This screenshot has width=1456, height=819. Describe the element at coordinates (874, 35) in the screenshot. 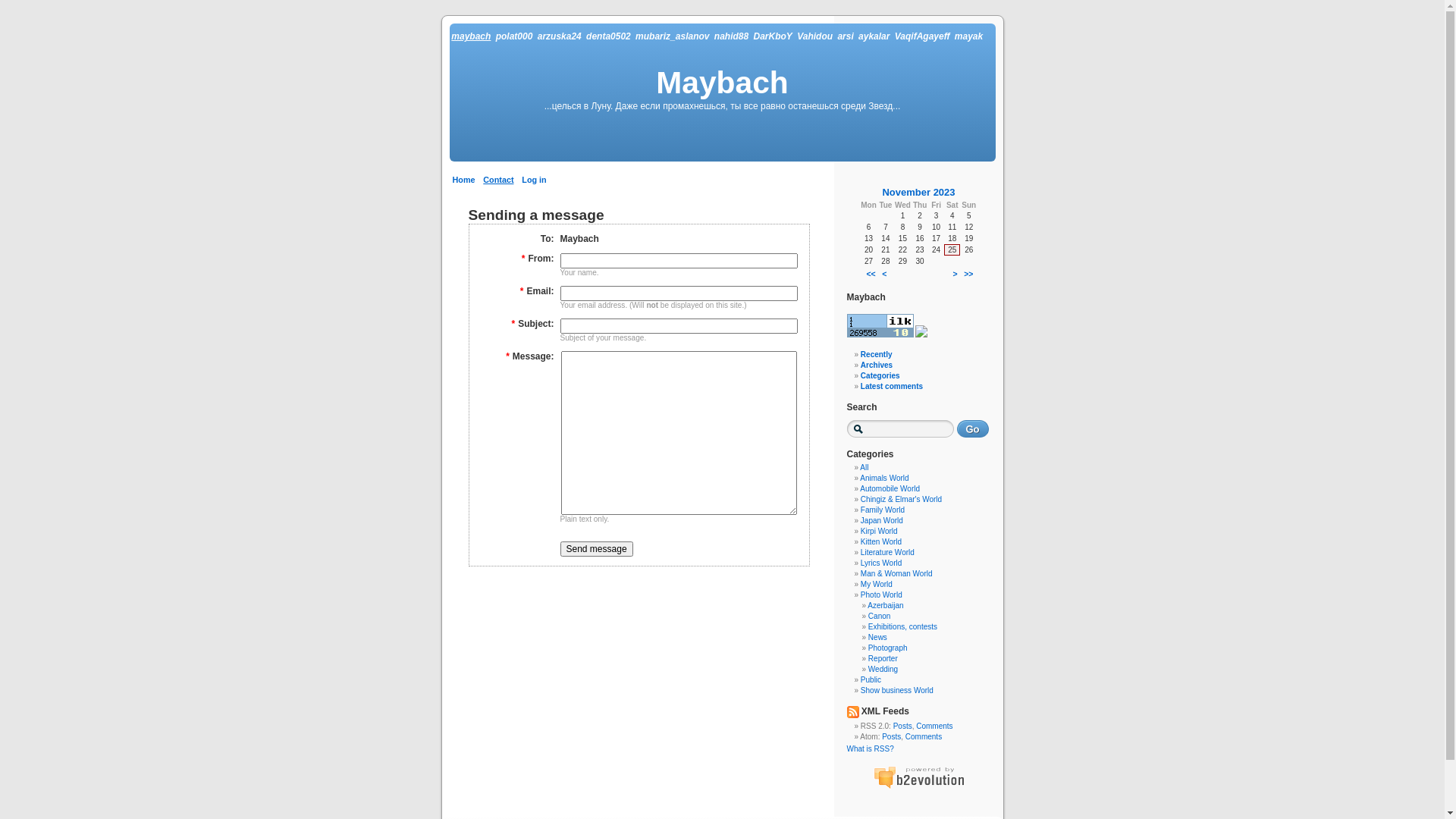

I see `'aykalar'` at that location.